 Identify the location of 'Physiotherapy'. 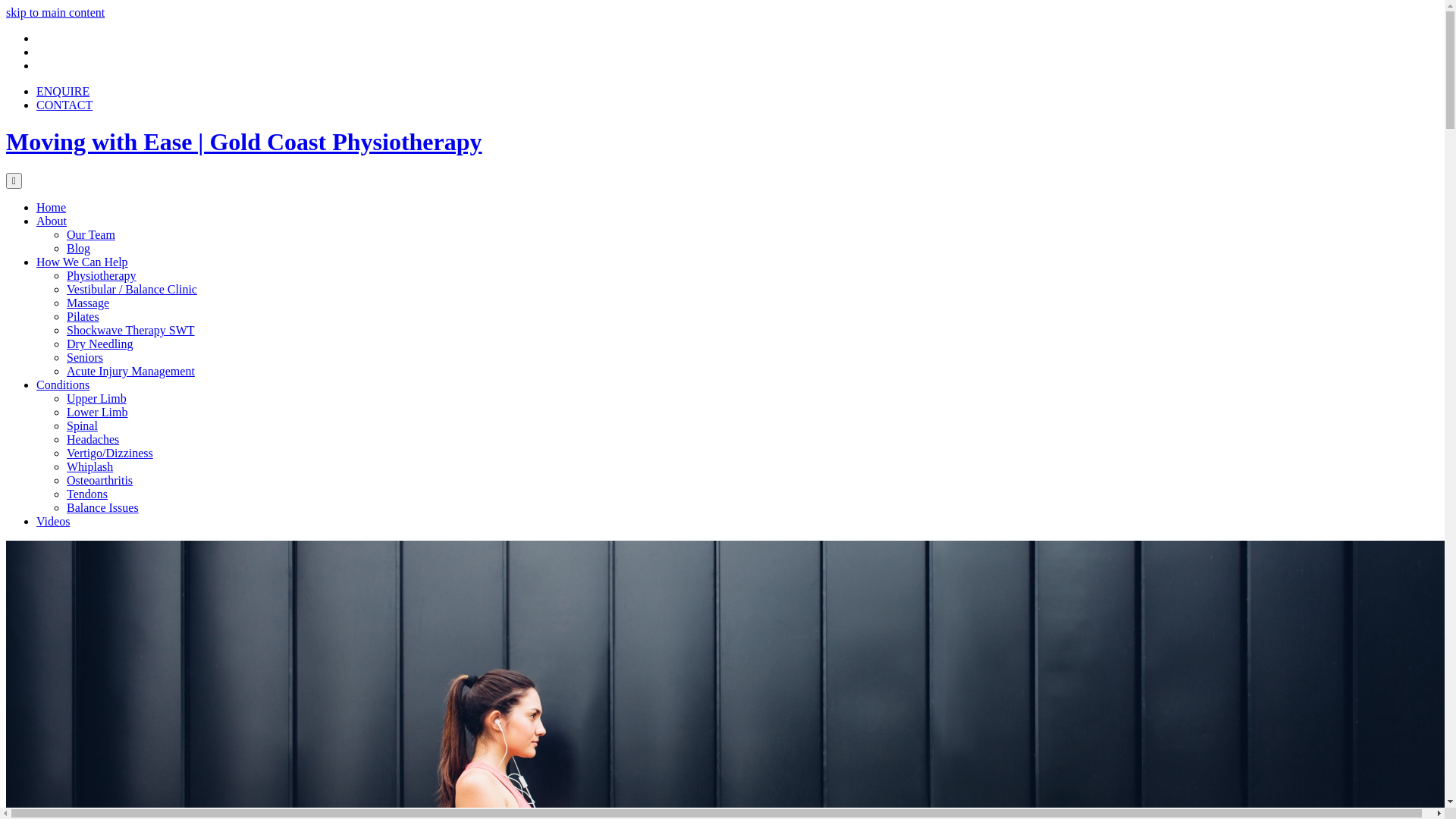
(101, 275).